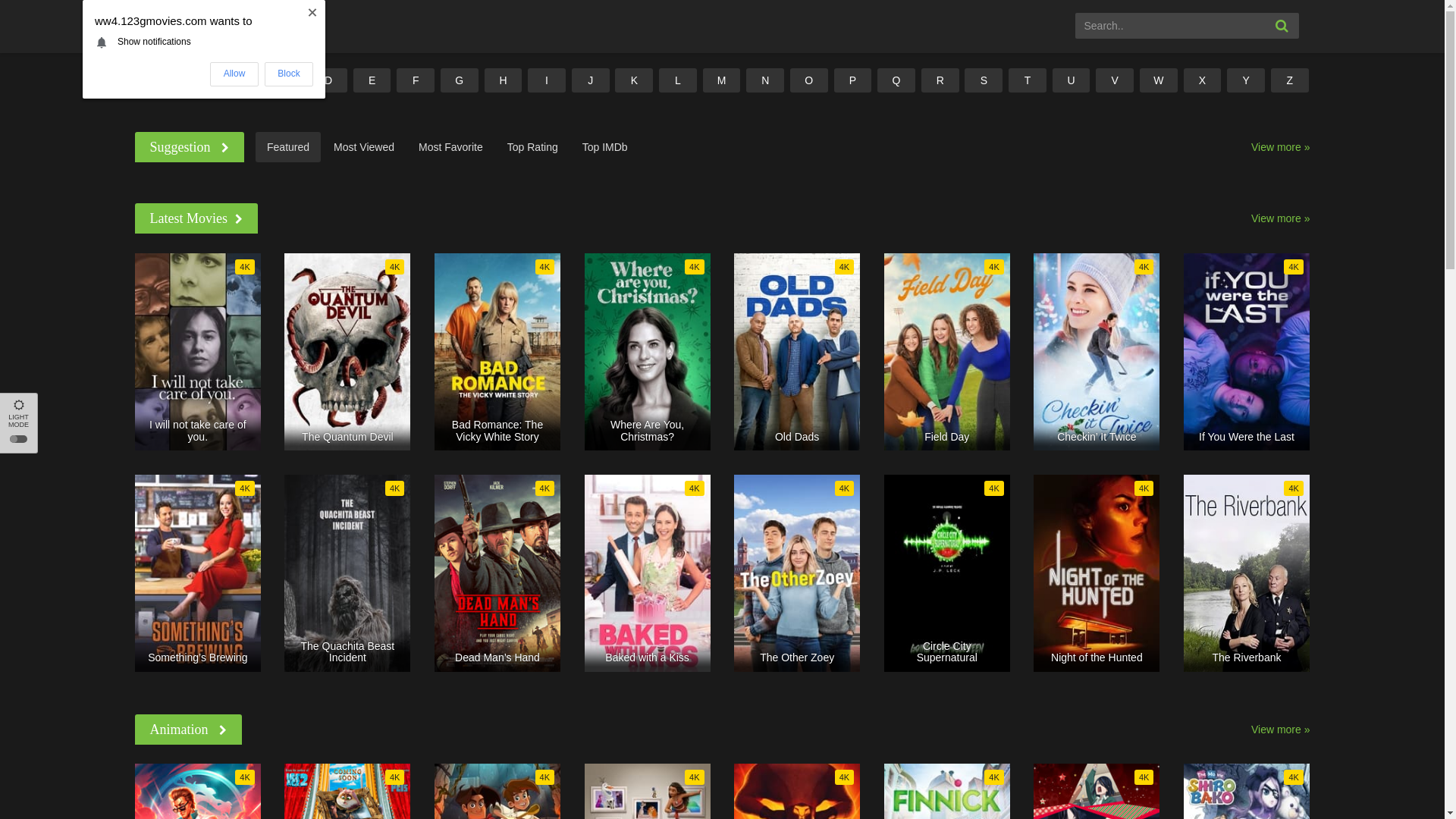 This screenshot has width=1456, height=819. I want to click on 'Top IMDb', so click(570, 146).